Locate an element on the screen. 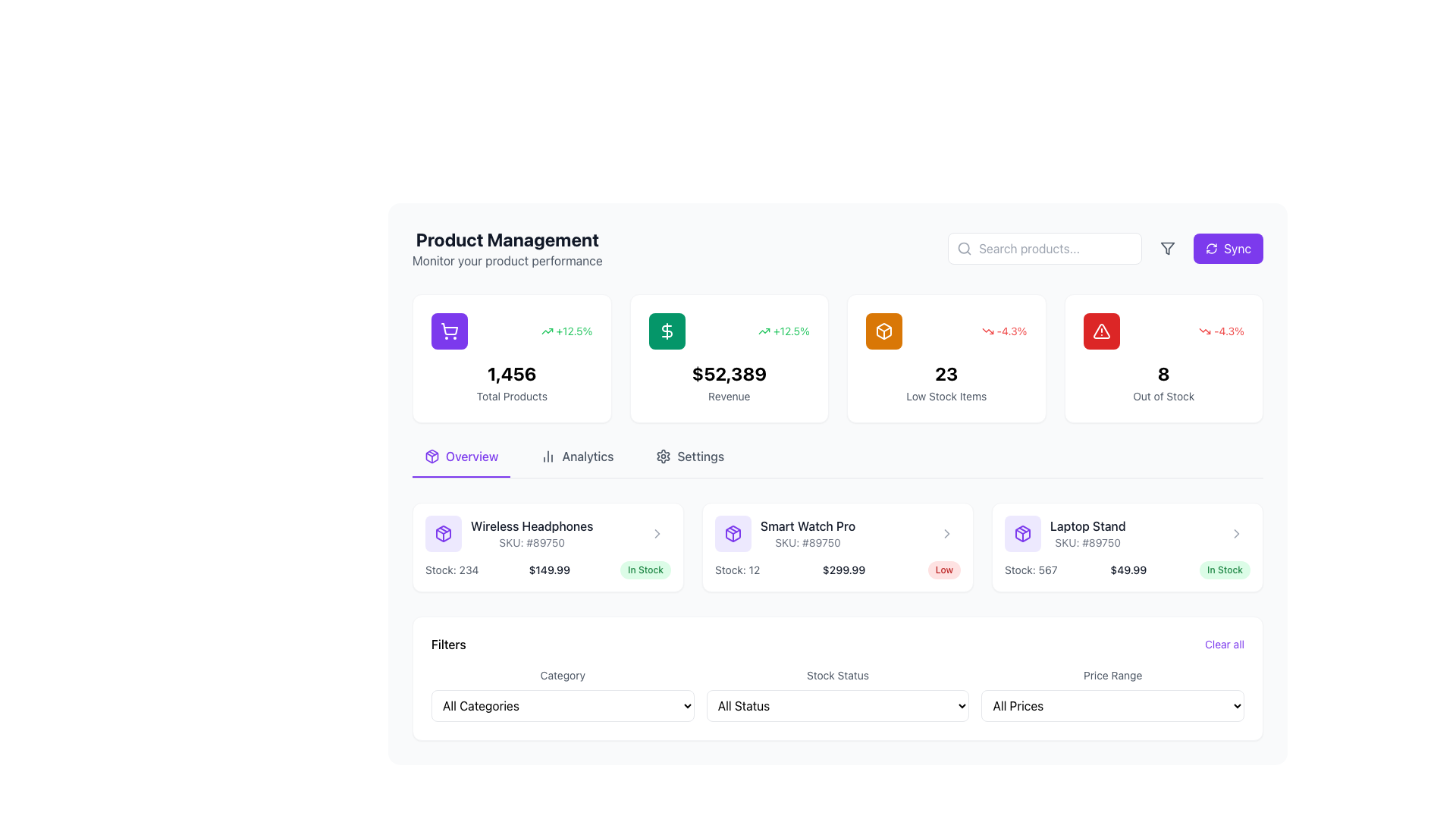 Image resolution: width=1456 pixels, height=819 pixels. the critical alert icon indicating out-of-stock items located in the fourth panel of summary cards, positioned to the right of the text '8' is located at coordinates (1101, 330).